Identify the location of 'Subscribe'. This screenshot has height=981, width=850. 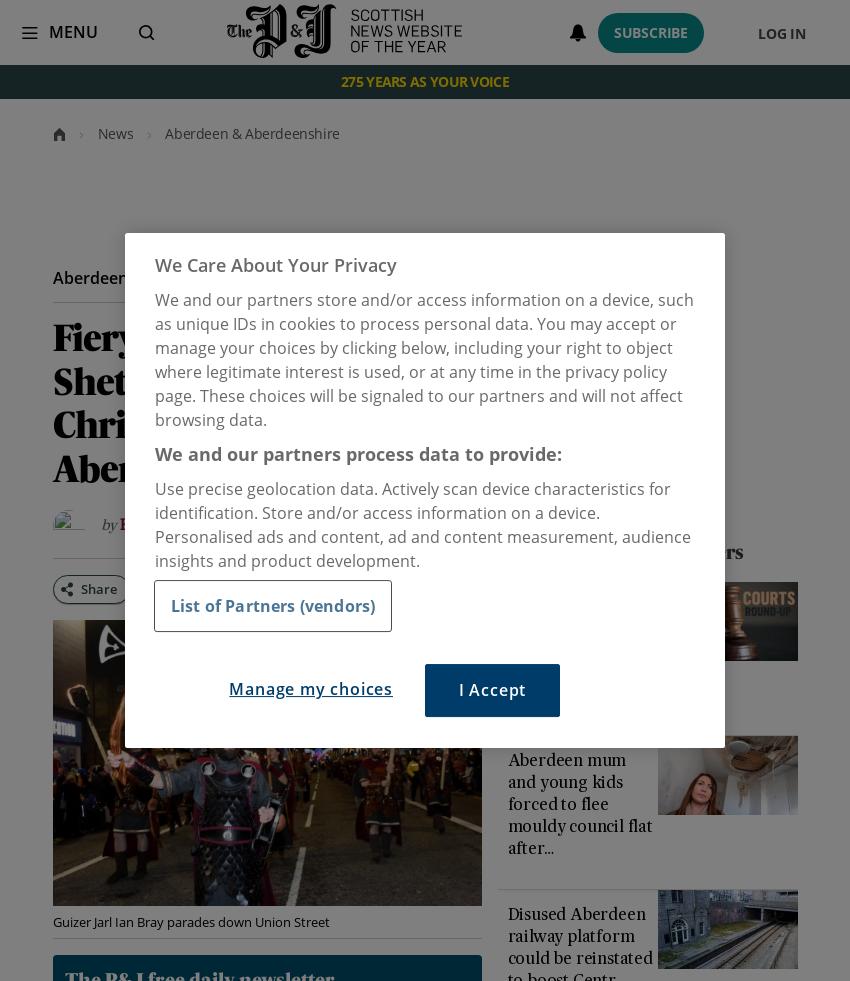
(650, 30).